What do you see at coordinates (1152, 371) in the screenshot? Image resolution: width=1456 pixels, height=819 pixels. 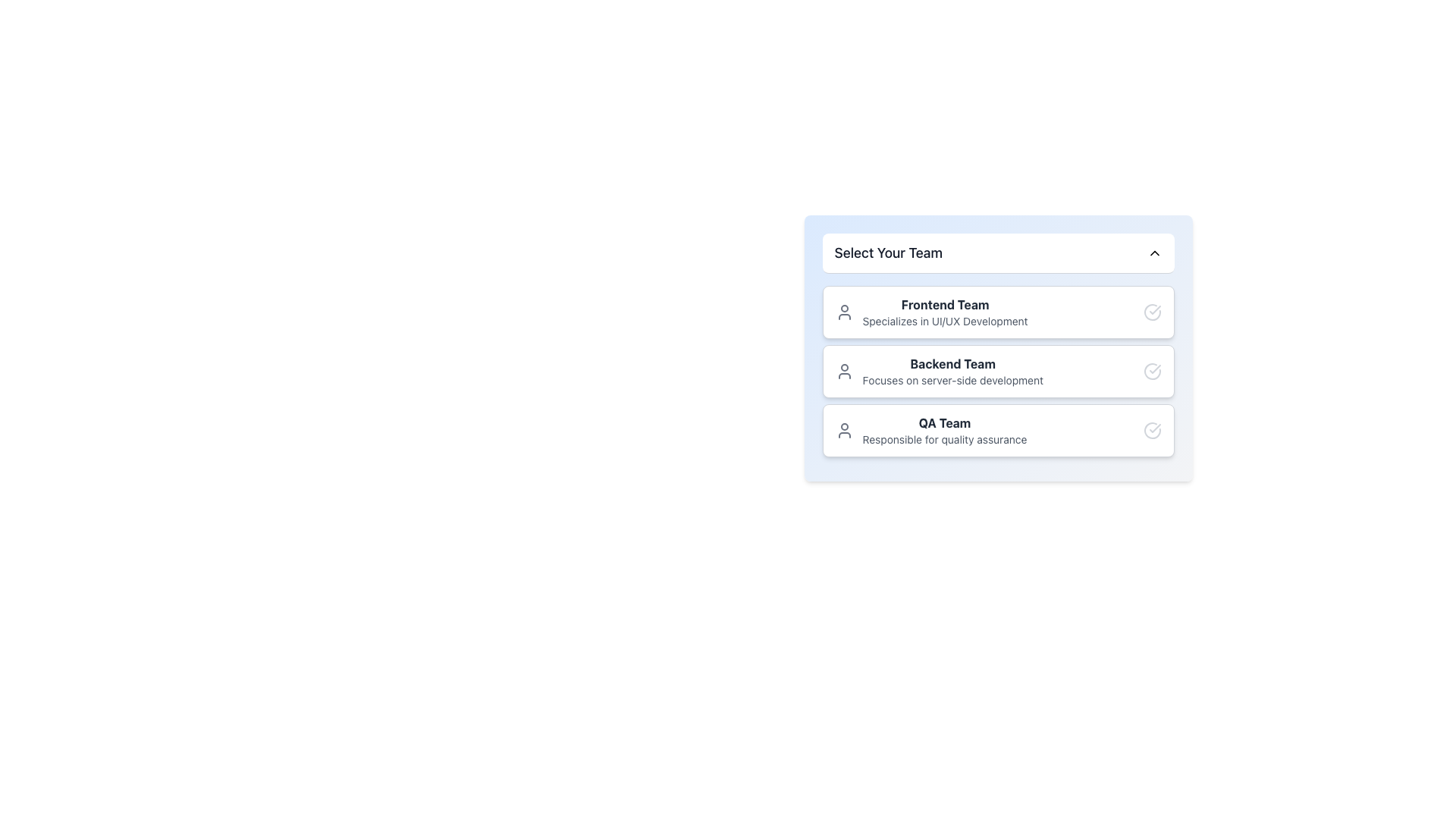 I see `the SVG icon associated with the 'Backend Team' entry` at bounding box center [1152, 371].